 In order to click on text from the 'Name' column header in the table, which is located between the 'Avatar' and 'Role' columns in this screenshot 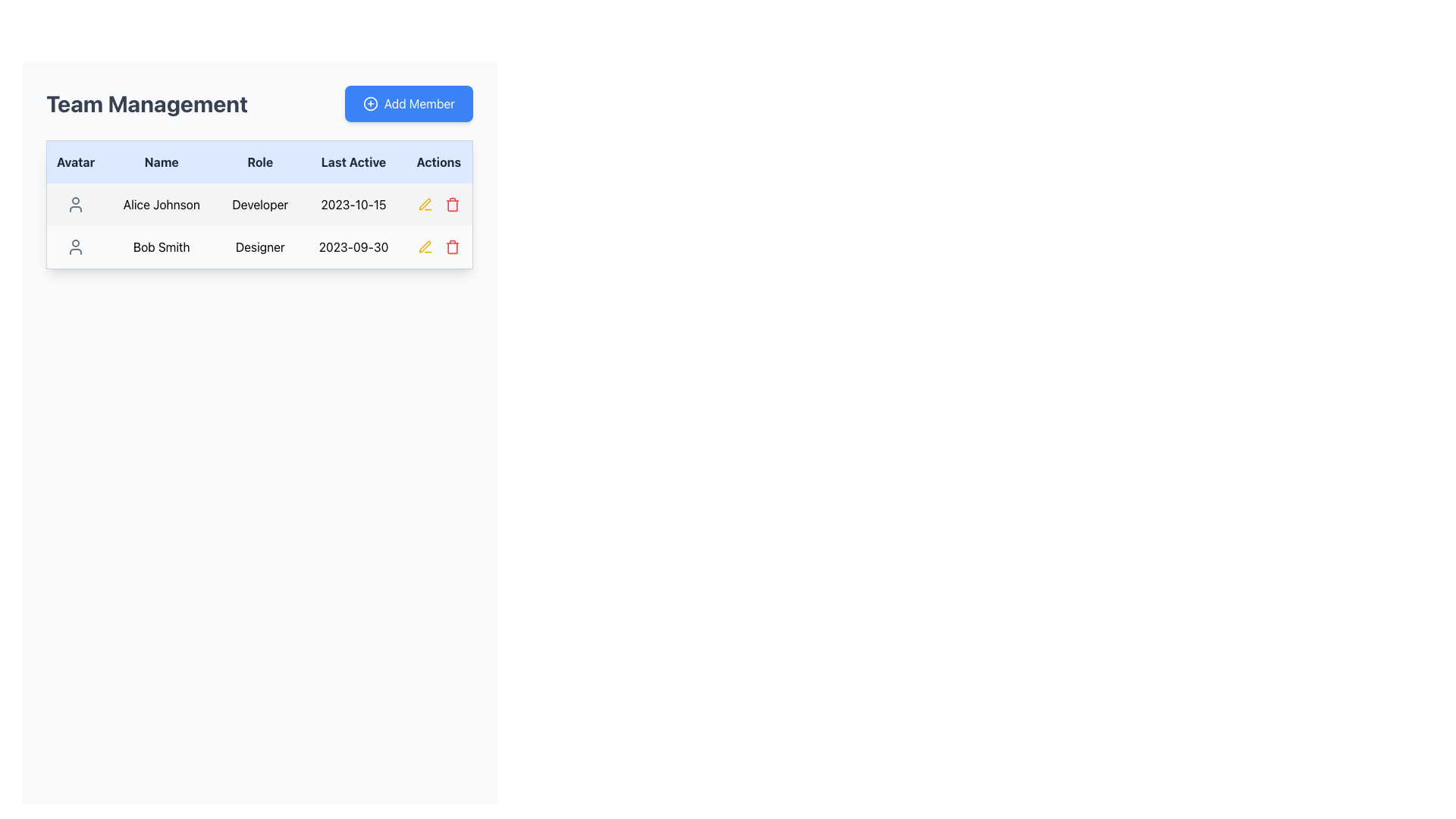, I will do `click(162, 162)`.